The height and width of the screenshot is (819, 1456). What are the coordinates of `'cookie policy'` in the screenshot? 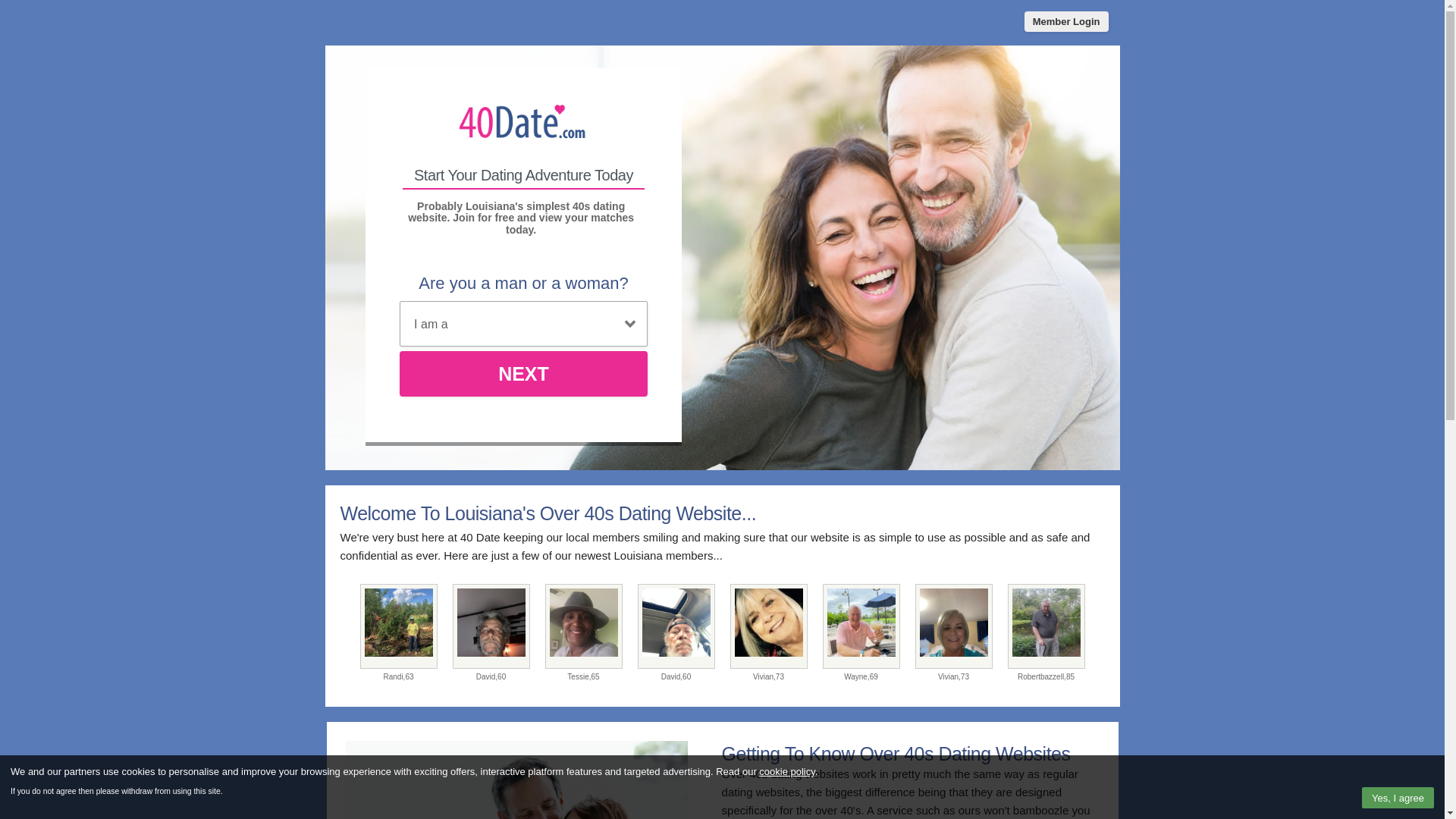 It's located at (786, 771).